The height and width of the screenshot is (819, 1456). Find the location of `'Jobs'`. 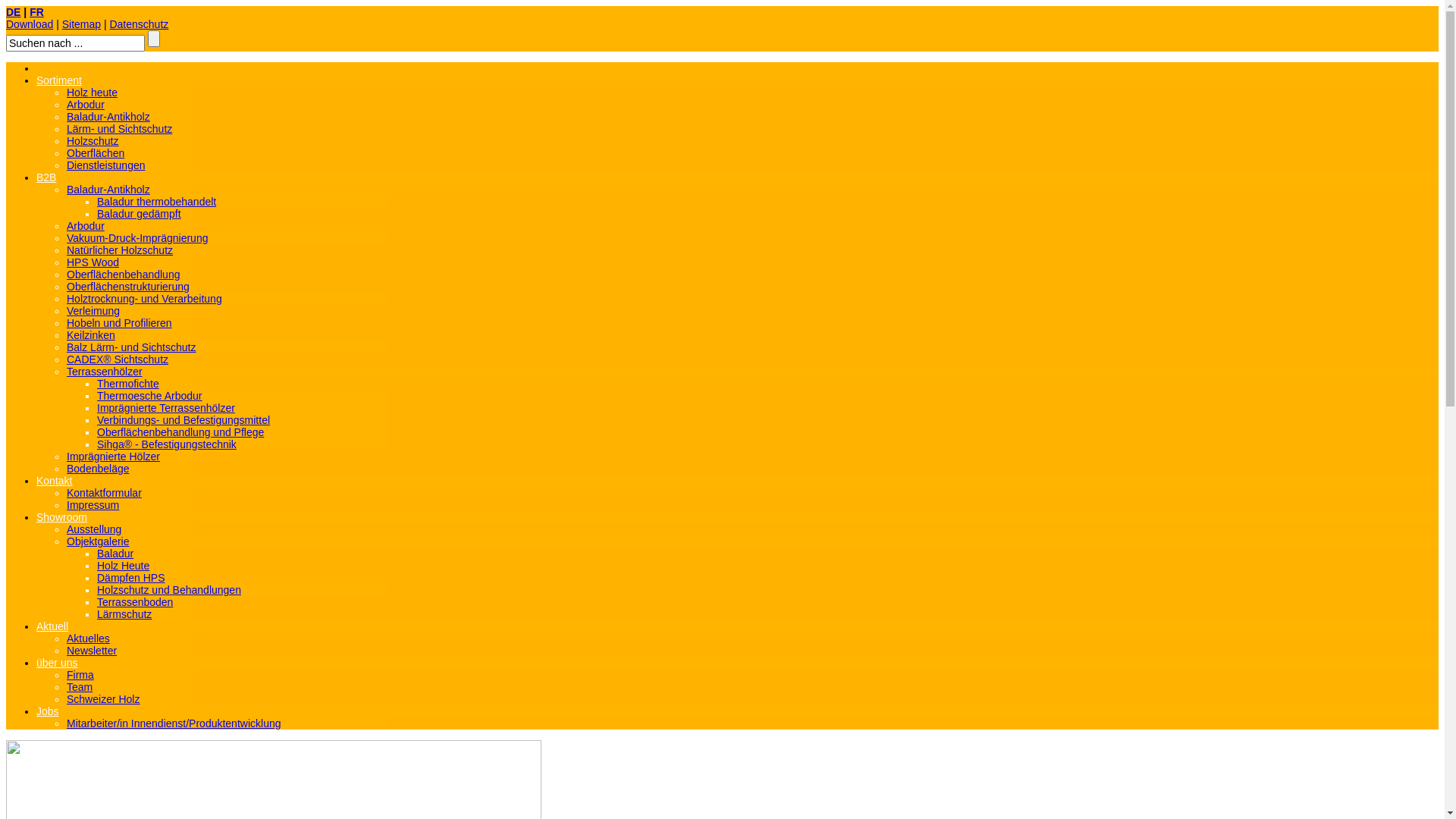

'Jobs' is located at coordinates (36, 711).